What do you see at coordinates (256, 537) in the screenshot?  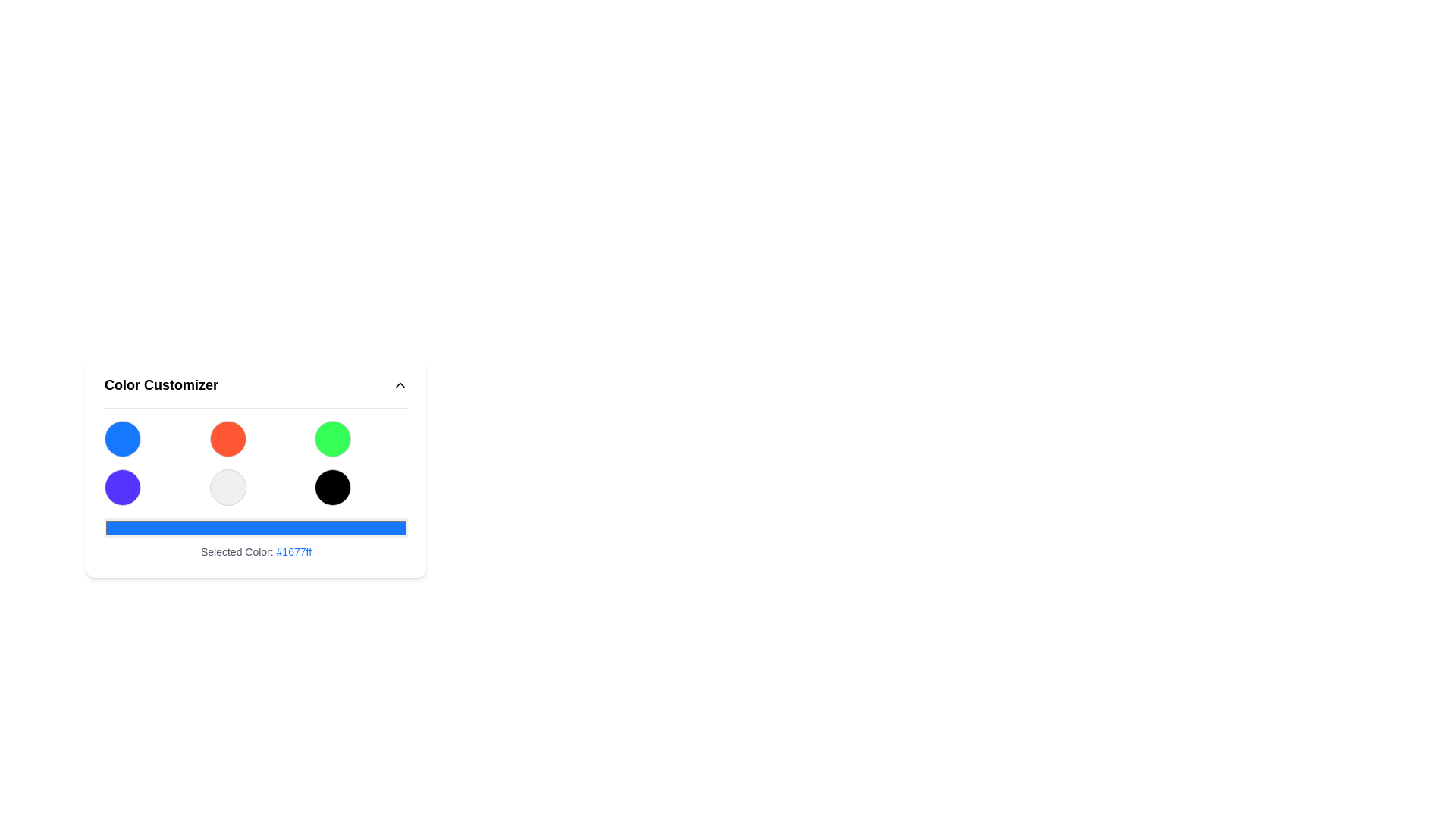 I see `the Color display field labeled 'Selected Color: #1677ff', which visually represents the currently selected color` at bounding box center [256, 537].